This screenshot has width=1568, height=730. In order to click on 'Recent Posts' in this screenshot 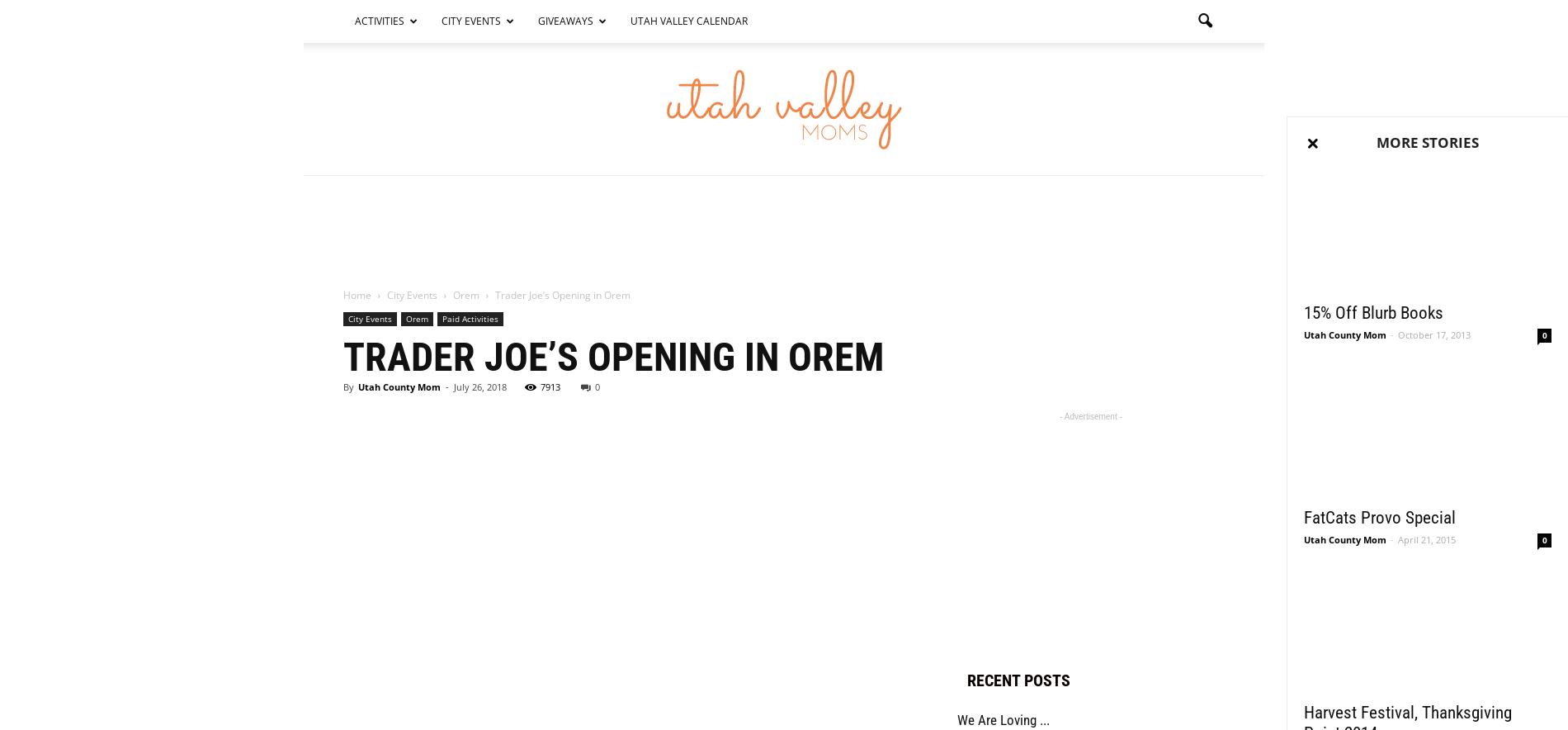, I will do `click(1018, 680)`.